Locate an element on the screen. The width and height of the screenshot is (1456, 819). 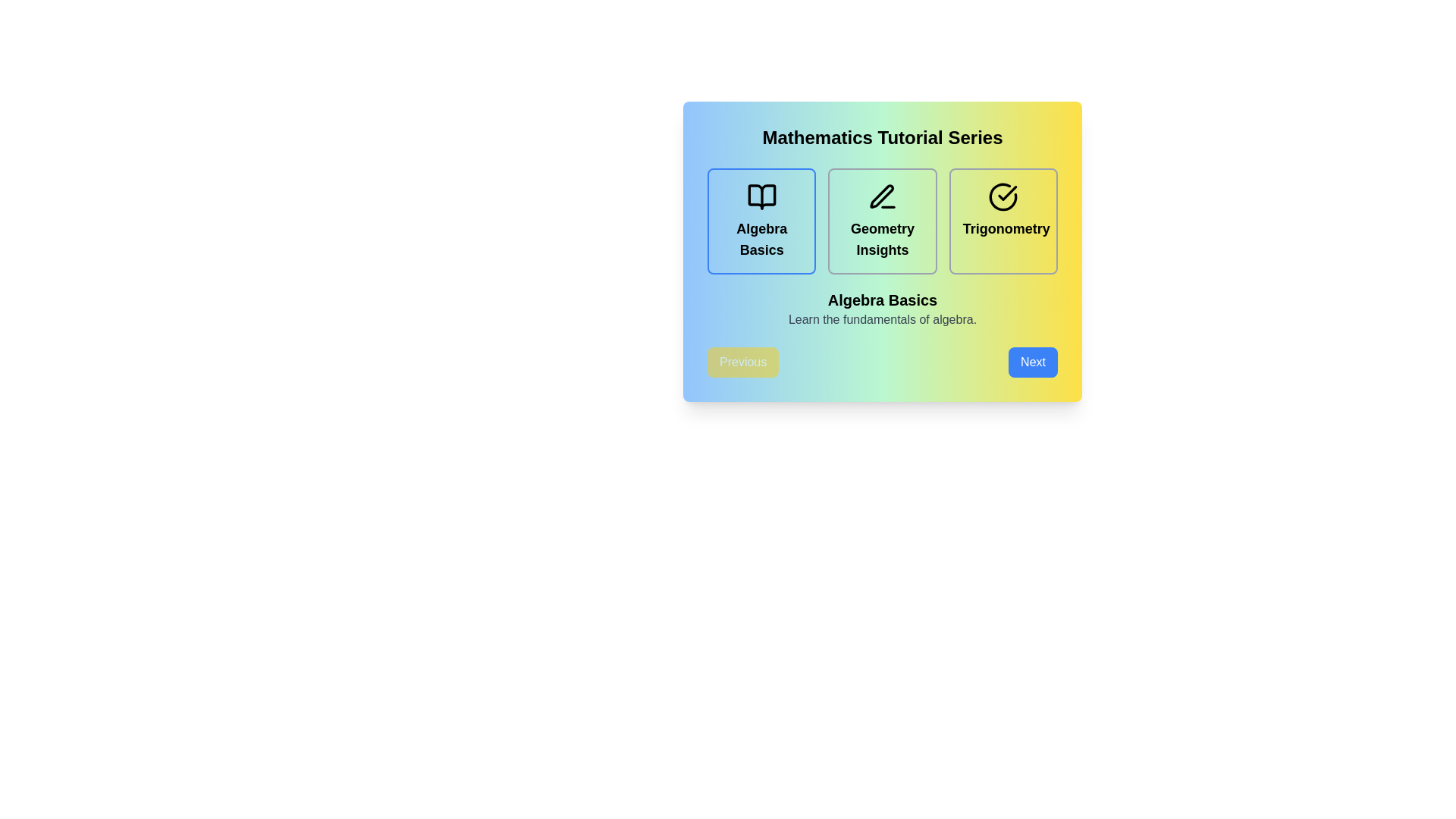
the 'Next' button to navigate to the next lesson is located at coordinates (1032, 362).